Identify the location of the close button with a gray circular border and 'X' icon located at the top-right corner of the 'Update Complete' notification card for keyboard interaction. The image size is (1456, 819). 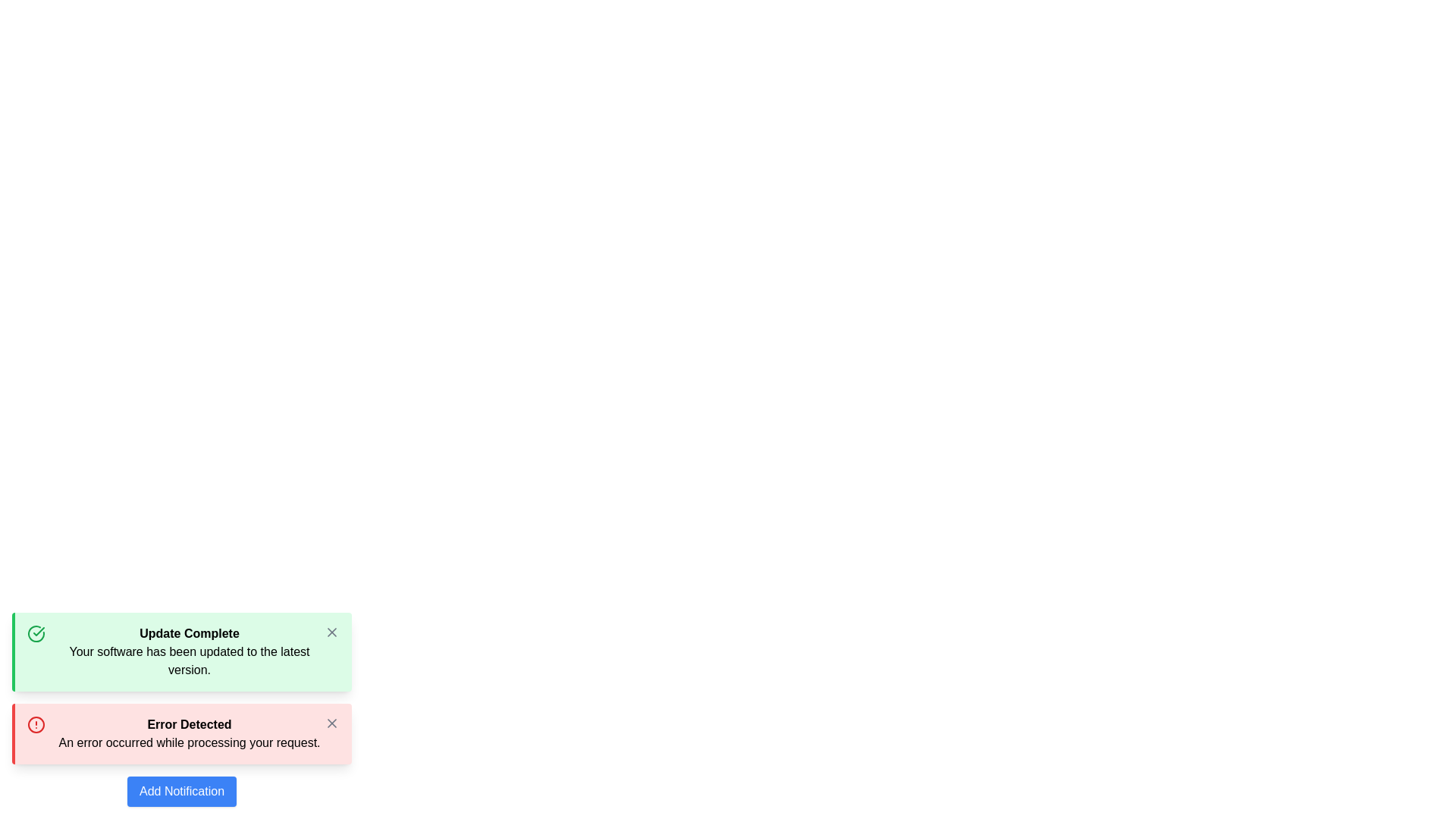
(331, 632).